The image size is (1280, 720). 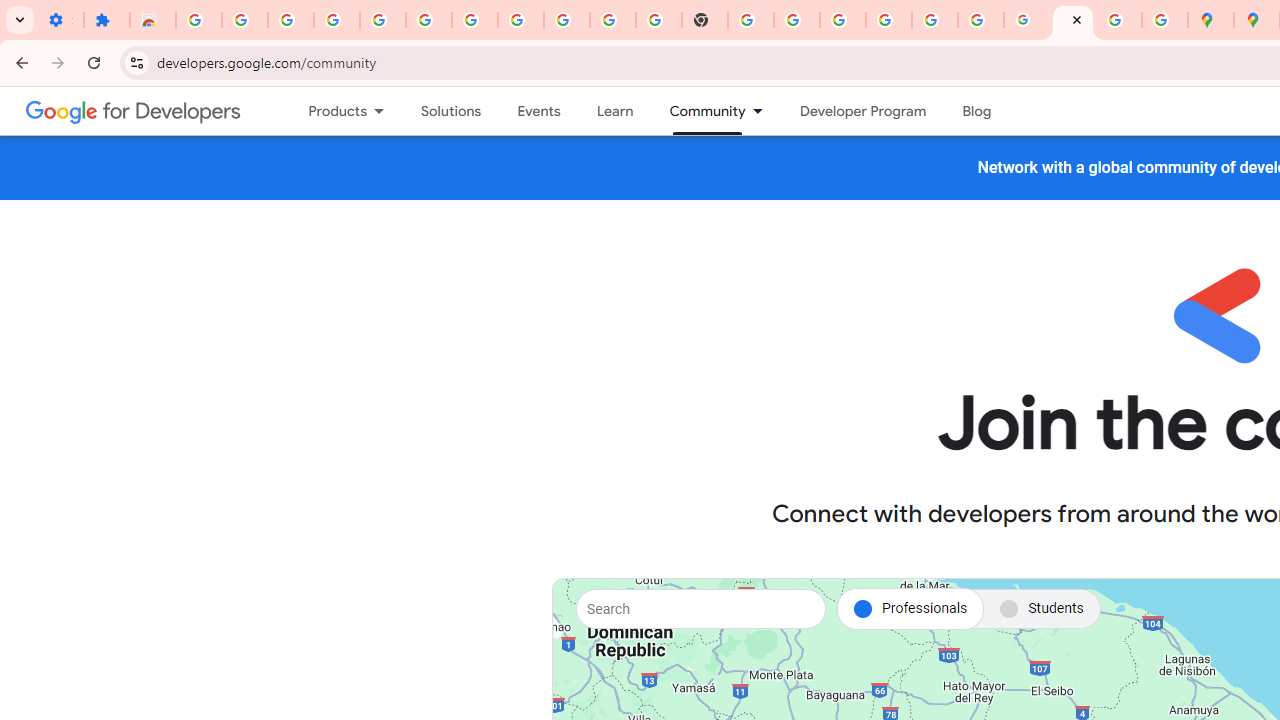 What do you see at coordinates (60, 20) in the screenshot?
I see `'Settings - On startup'` at bounding box center [60, 20].